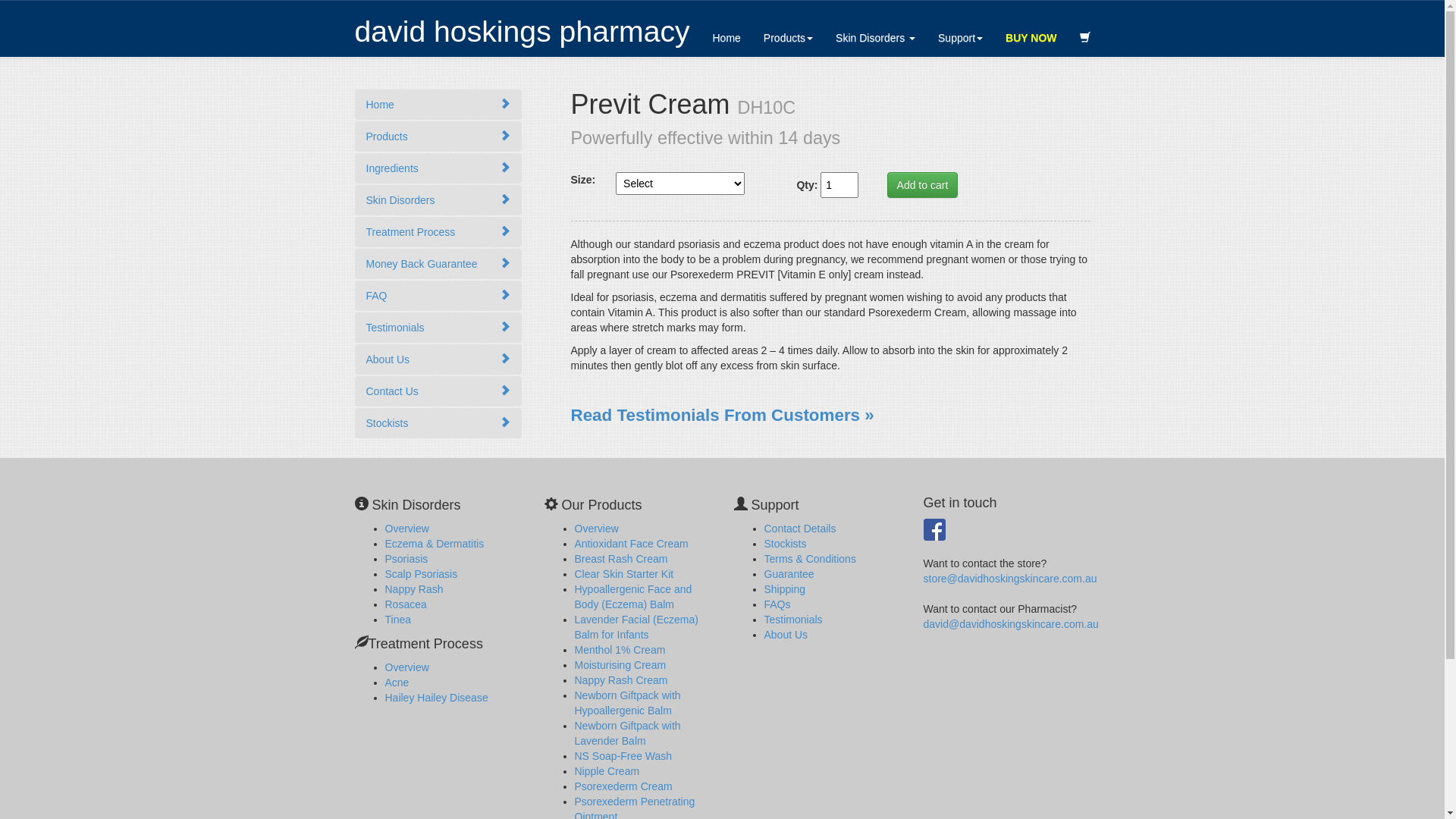  I want to click on 'Stockists', so click(437, 423).